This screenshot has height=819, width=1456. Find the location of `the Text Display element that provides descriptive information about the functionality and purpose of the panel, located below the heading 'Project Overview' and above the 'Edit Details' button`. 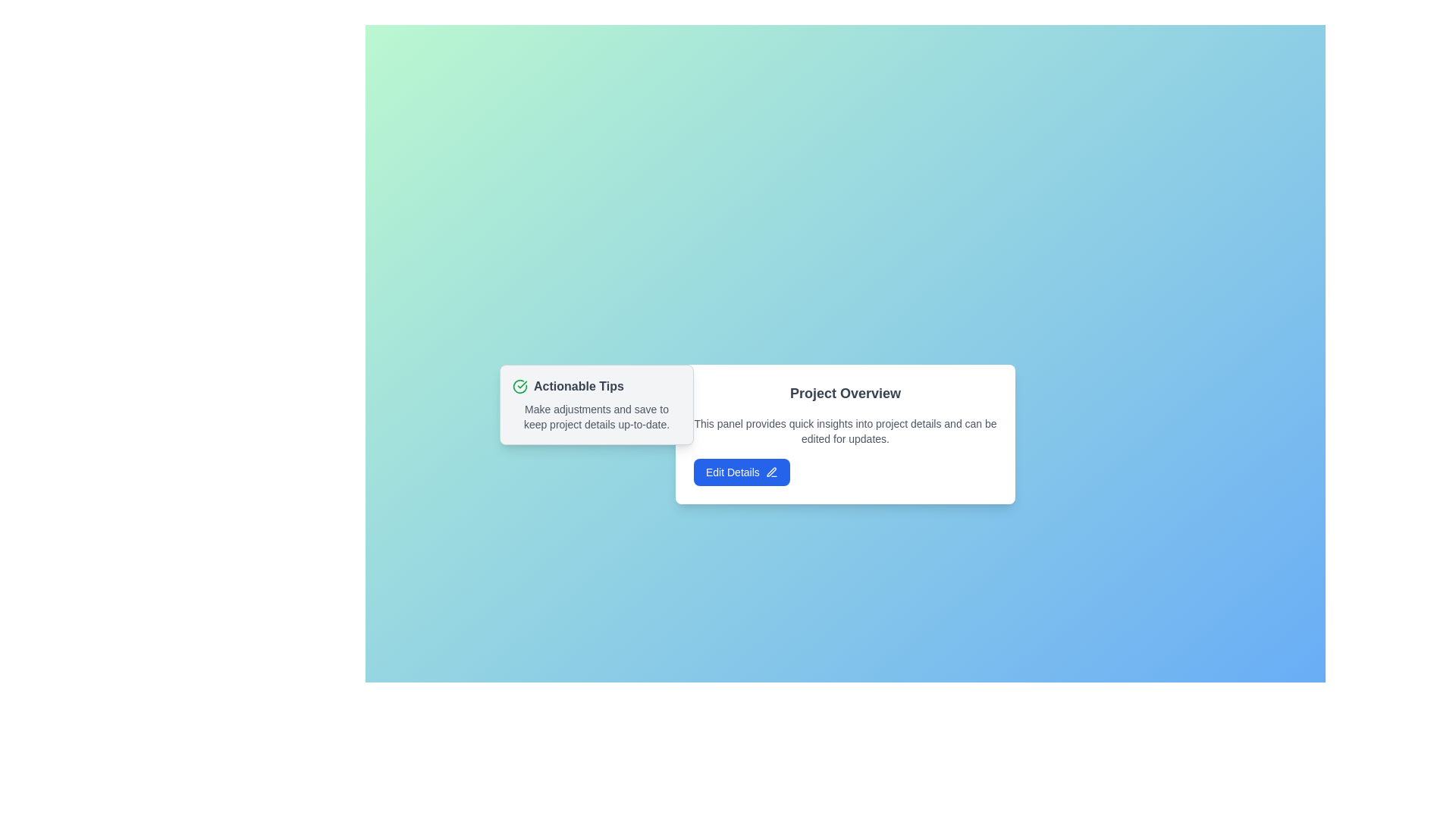

the Text Display element that provides descriptive information about the functionality and purpose of the panel, located below the heading 'Project Overview' and above the 'Edit Details' button is located at coordinates (844, 431).